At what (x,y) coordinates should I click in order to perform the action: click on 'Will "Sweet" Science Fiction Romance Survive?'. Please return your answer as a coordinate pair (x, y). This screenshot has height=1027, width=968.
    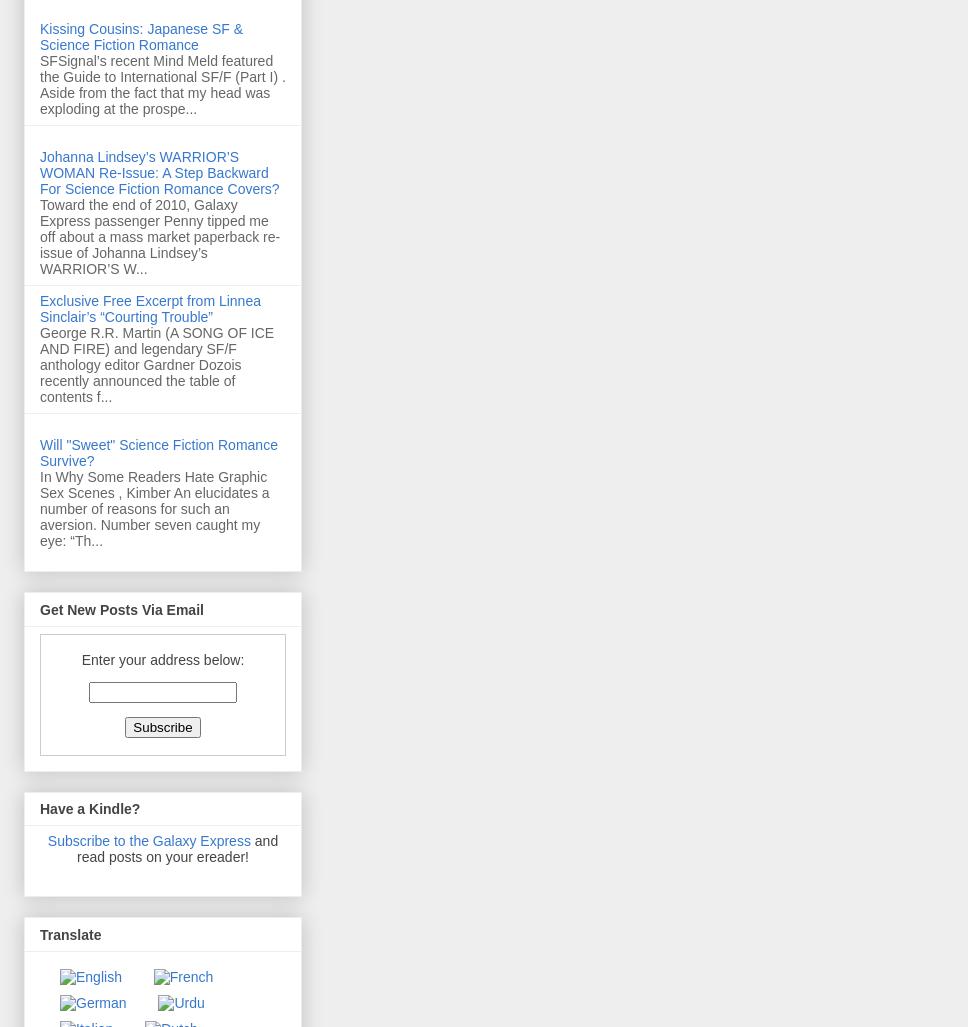
    Looking at the image, I should click on (157, 452).